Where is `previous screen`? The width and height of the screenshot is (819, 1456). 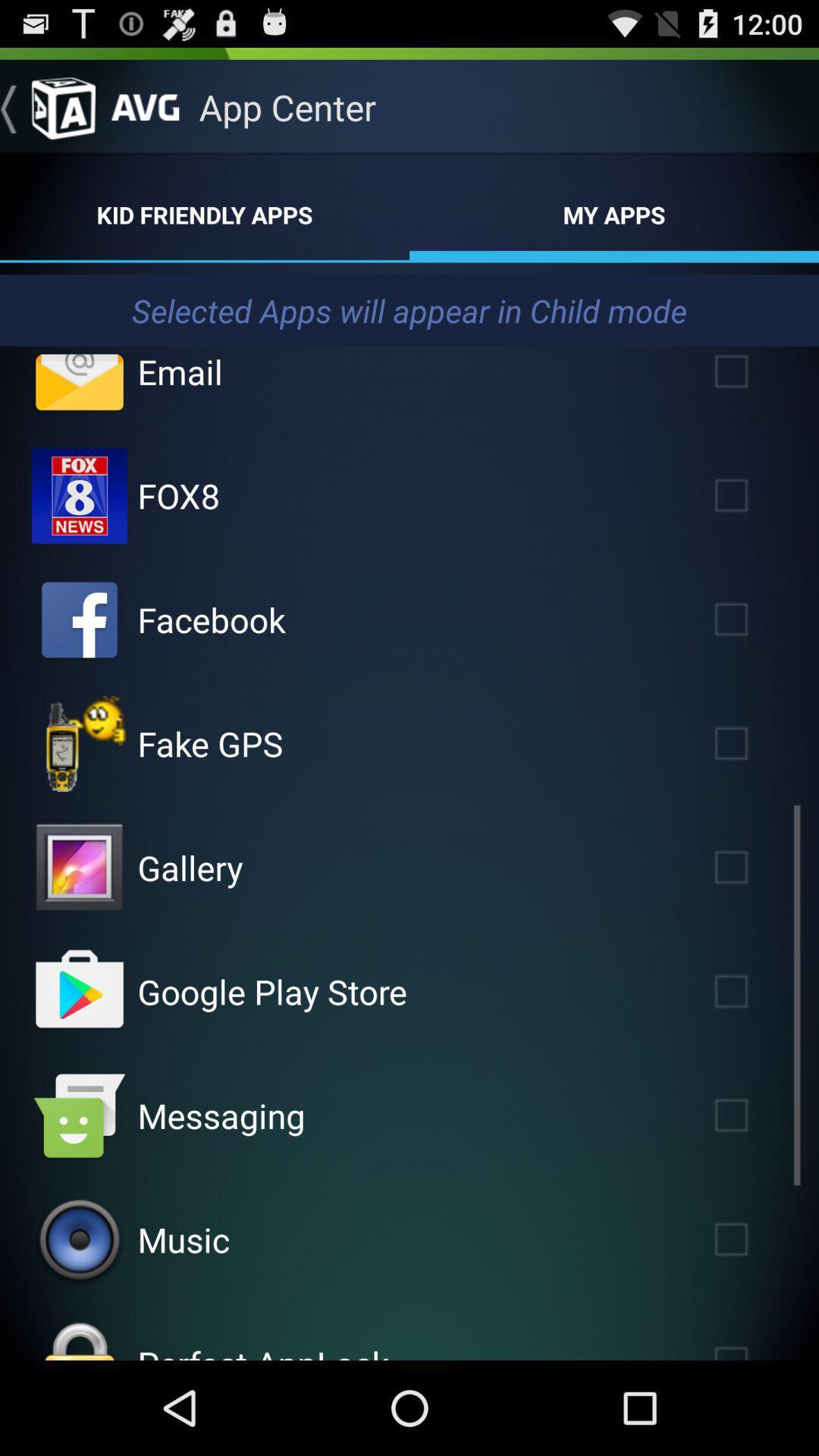 previous screen is located at coordinates (46, 106).